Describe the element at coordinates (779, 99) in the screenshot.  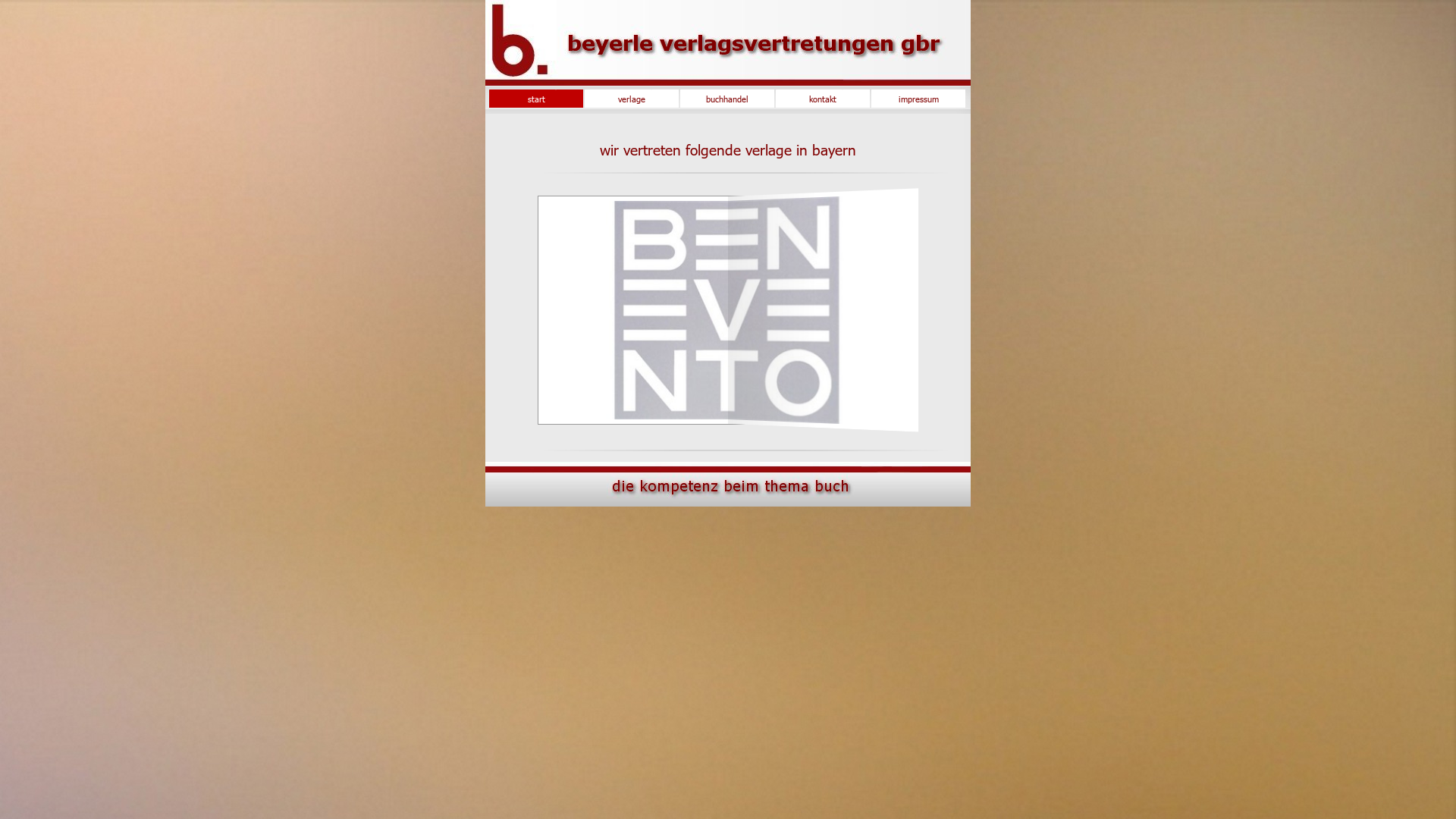
I see `'kontakt'` at that location.